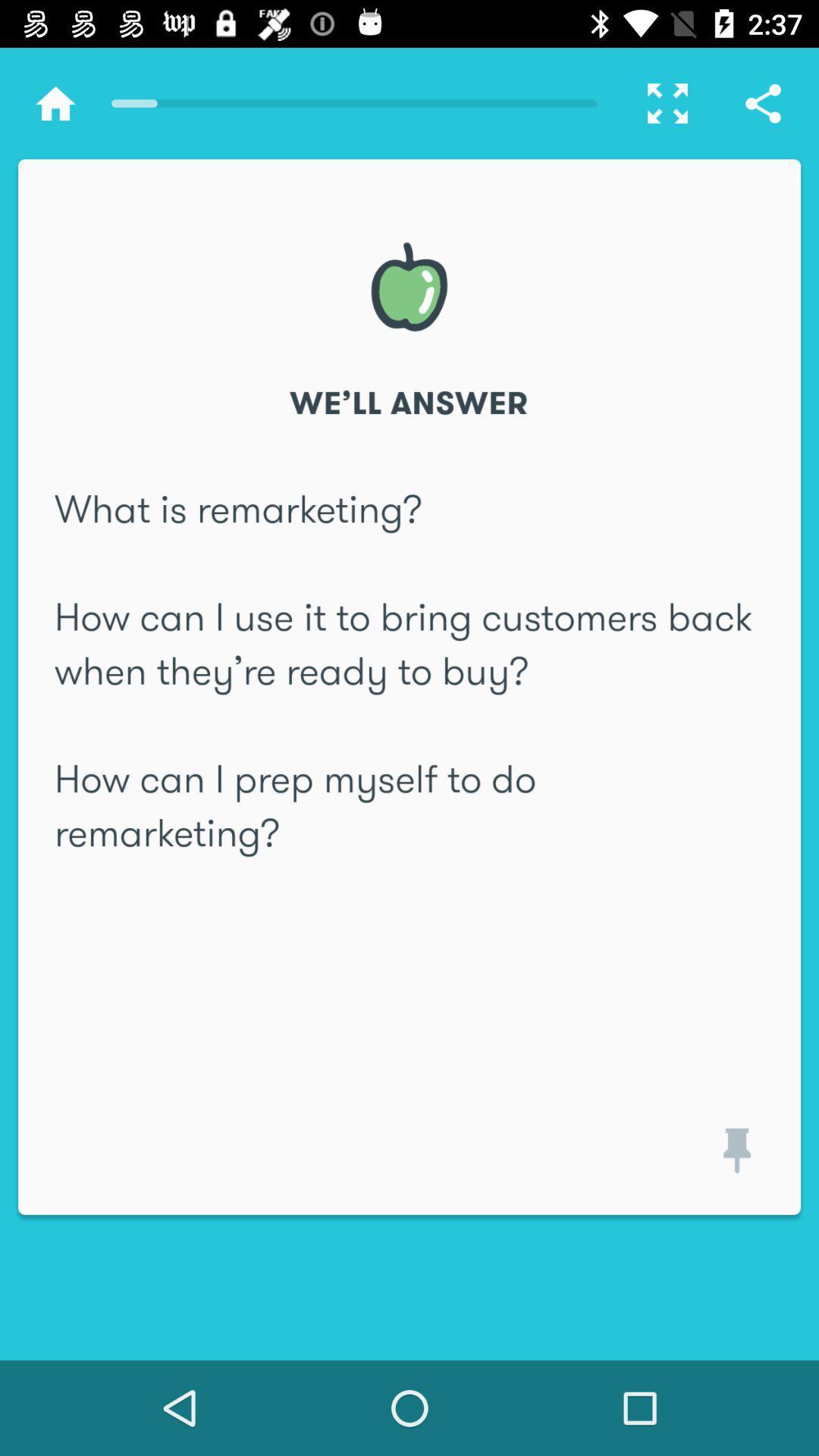  Describe the element at coordinates (55, 102) in the screenshot. I see `the home icon` at that location.